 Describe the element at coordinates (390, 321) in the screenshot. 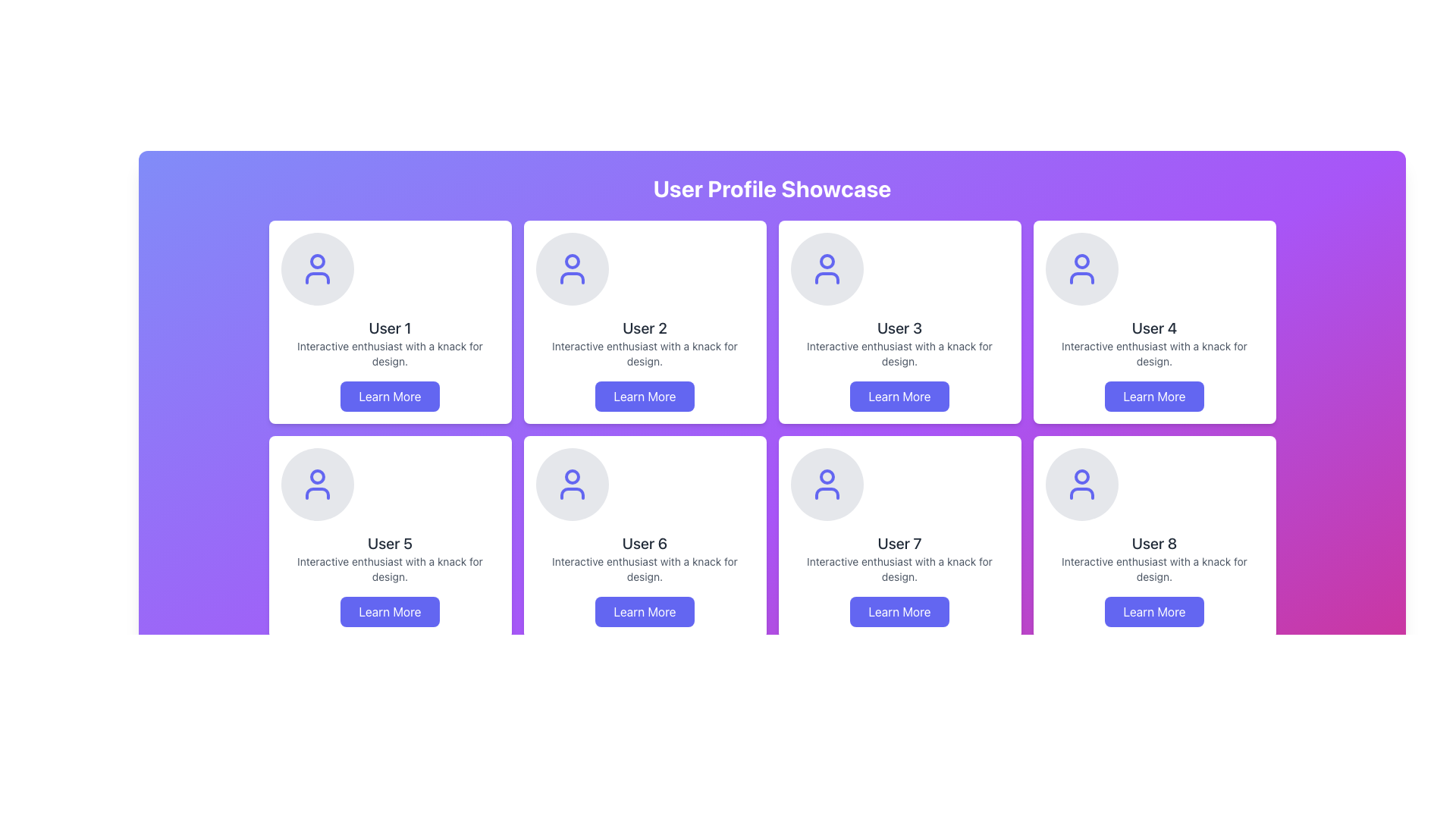

I see `the User Profile Card featuring a circular avatar, bold username 'User 1', description text, and 'Learn More' button, located in the first row and first column of the grid layout` at that location.